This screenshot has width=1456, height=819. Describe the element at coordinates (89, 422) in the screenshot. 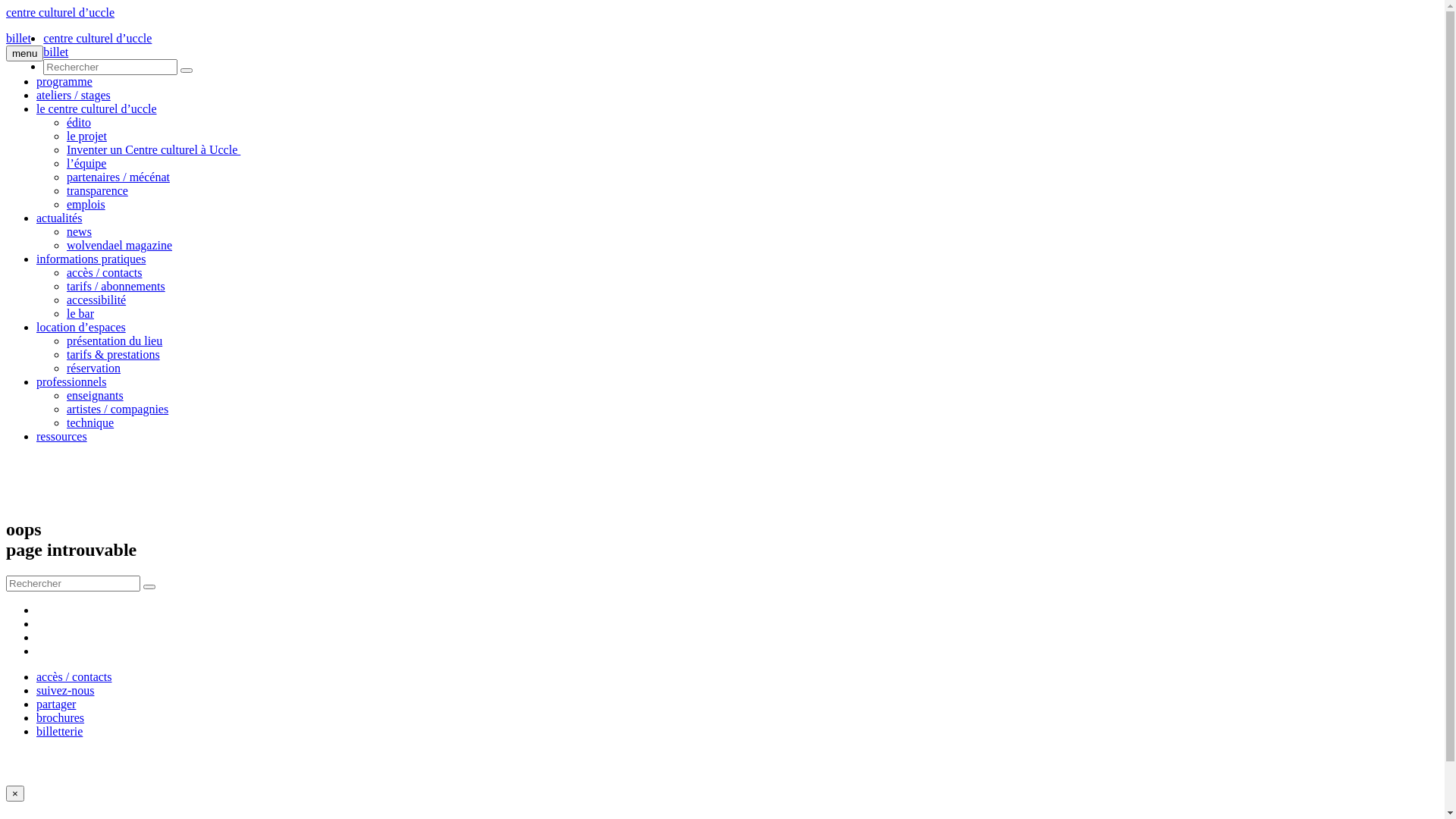

I see `'technique'` at that location.